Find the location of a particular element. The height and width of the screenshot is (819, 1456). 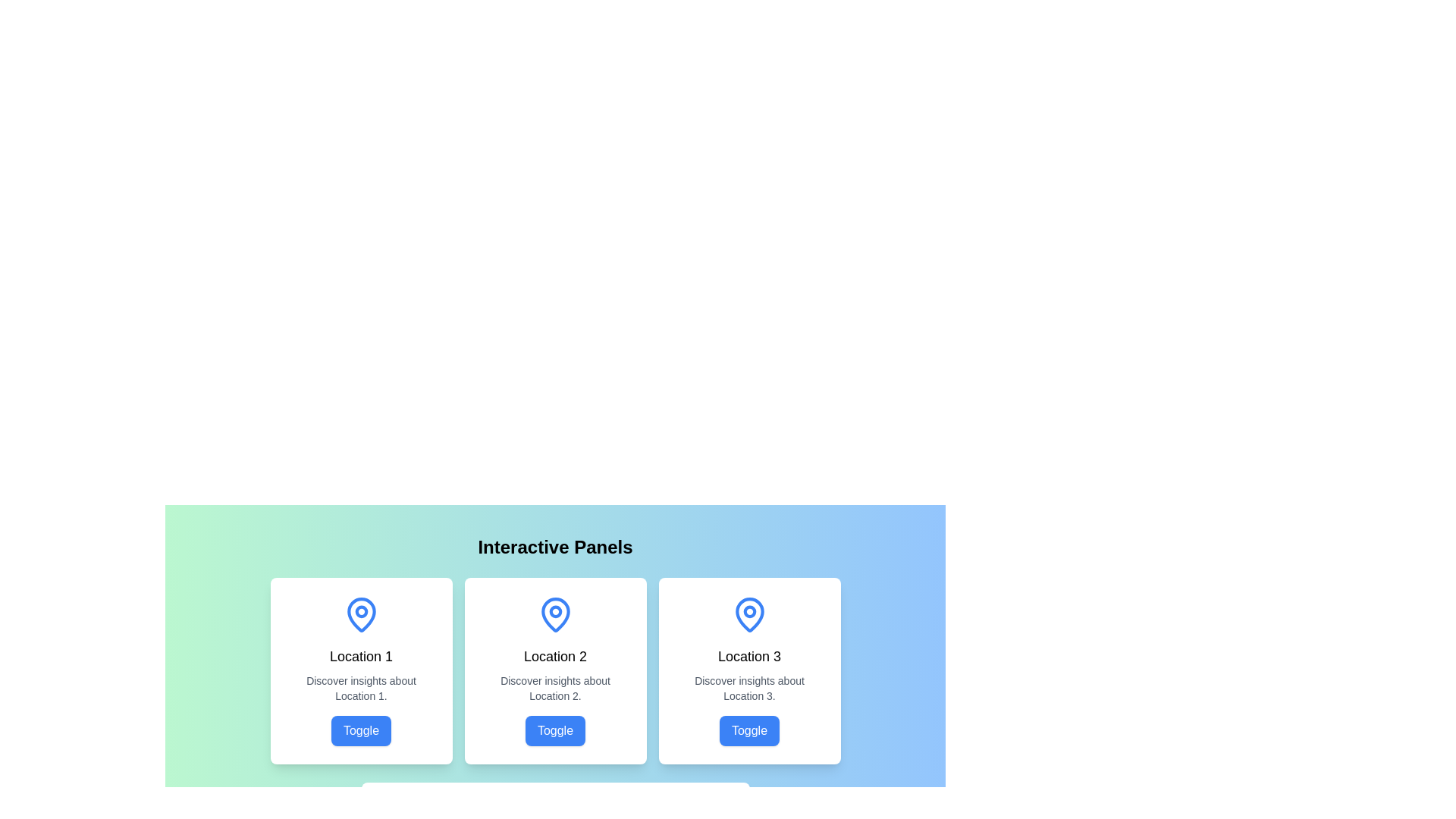

the text label displaying 'Location 2', which is the title of the central card in a row of three cards is located at coordinates (554, 656).